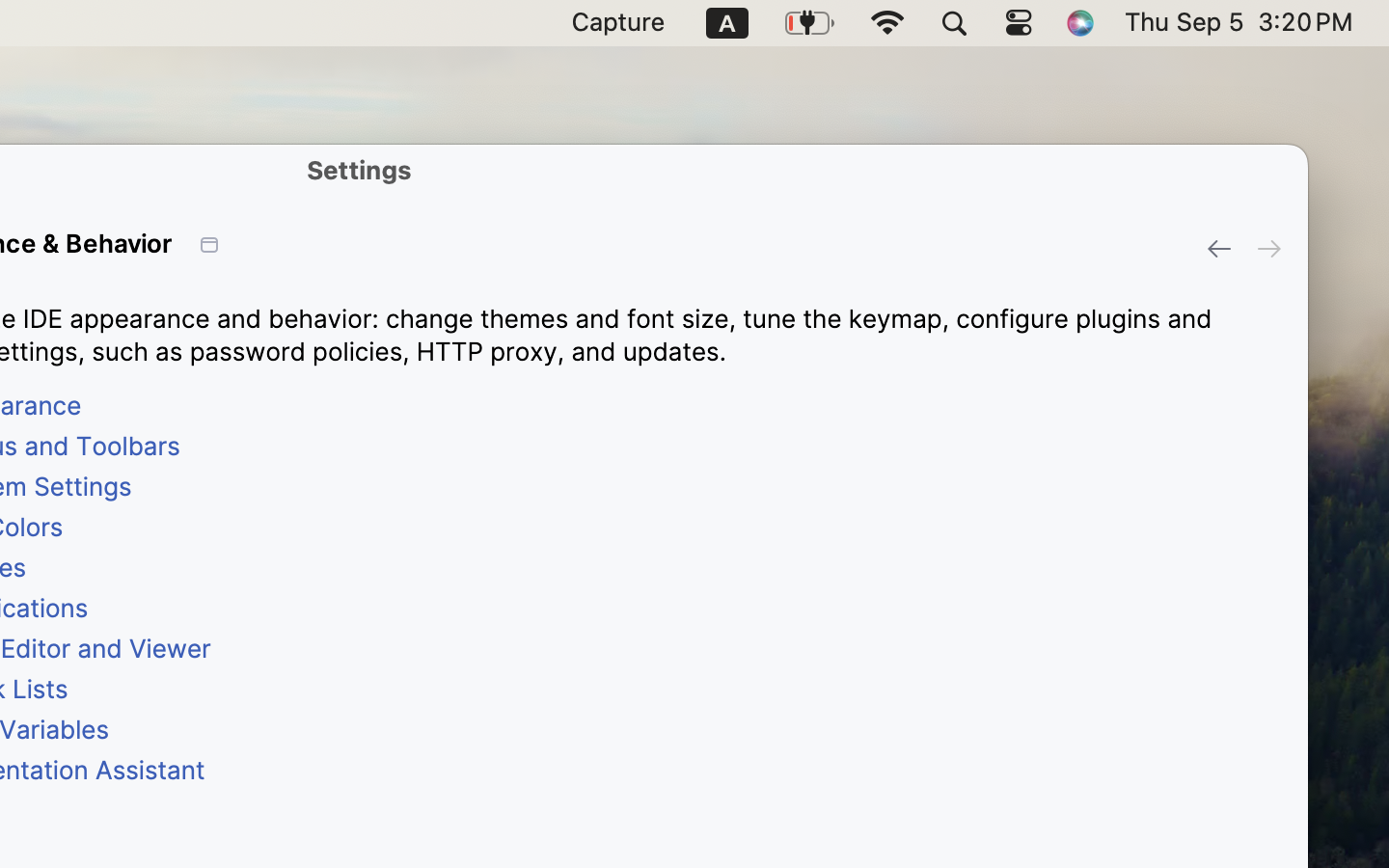 This screenshot has height=868, width=1389. Describe the element at coordinates (358, 170) in the screenshot. I see `'Settings'` at that location.